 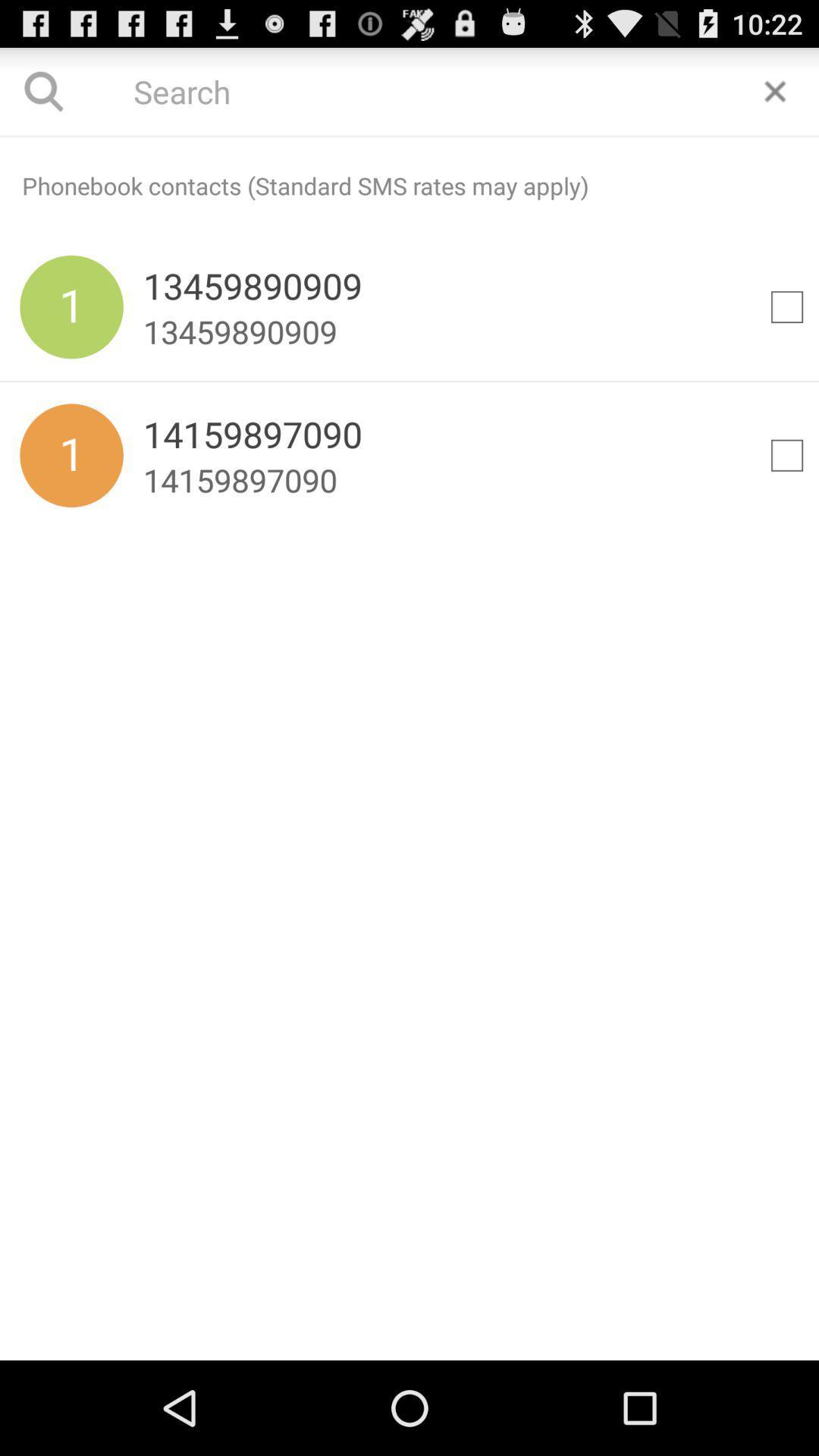 What do you see at coordinates (786, 306) in the screenshot?
I see `check box to select phone contact` at bounding box center [786, 306].